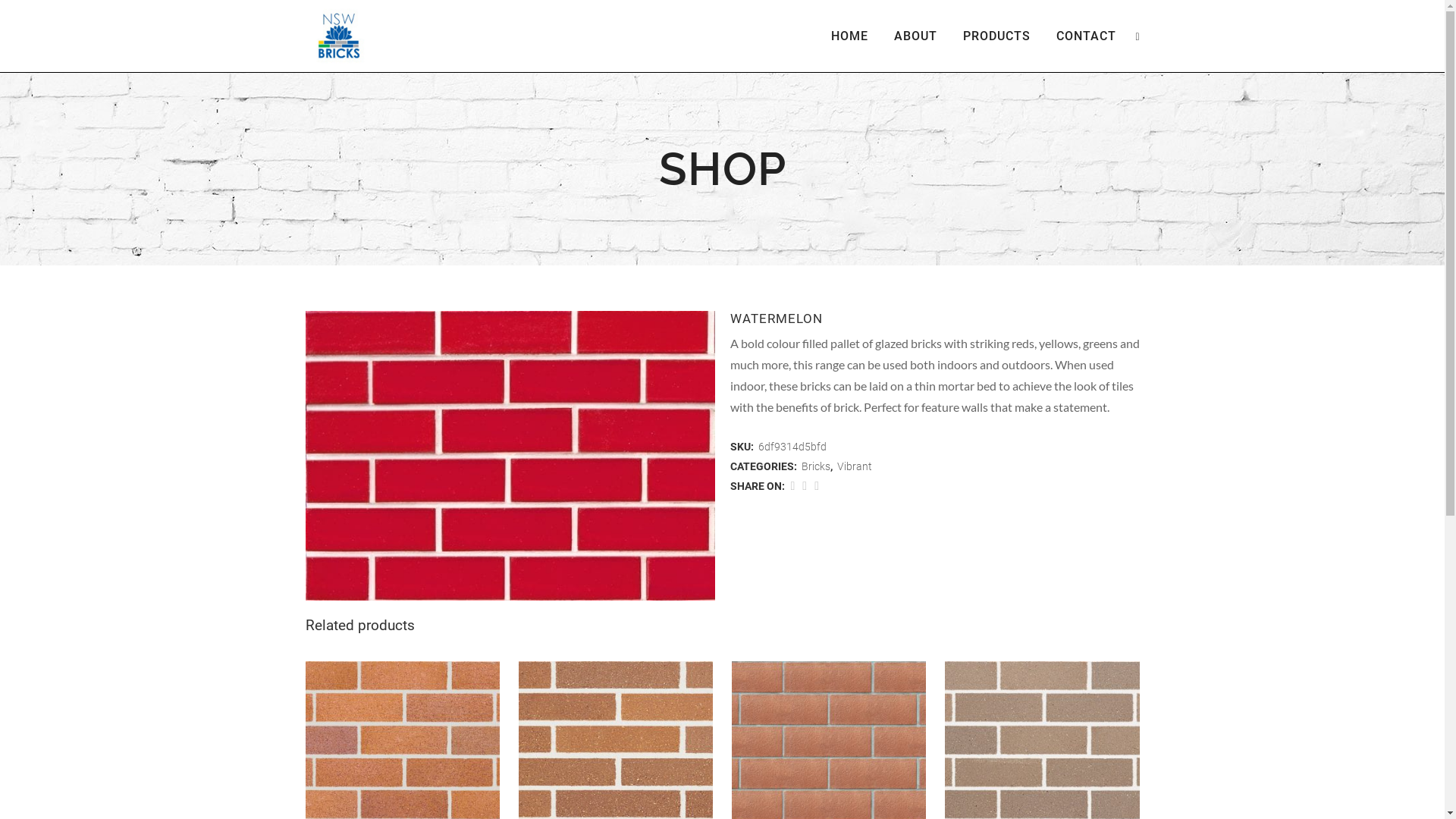 The width and height of the screenshot is (1456, 819). Describe the element at coordinates (803, 485) in the screenshot. I see `'Share on Twitter'` at that location.